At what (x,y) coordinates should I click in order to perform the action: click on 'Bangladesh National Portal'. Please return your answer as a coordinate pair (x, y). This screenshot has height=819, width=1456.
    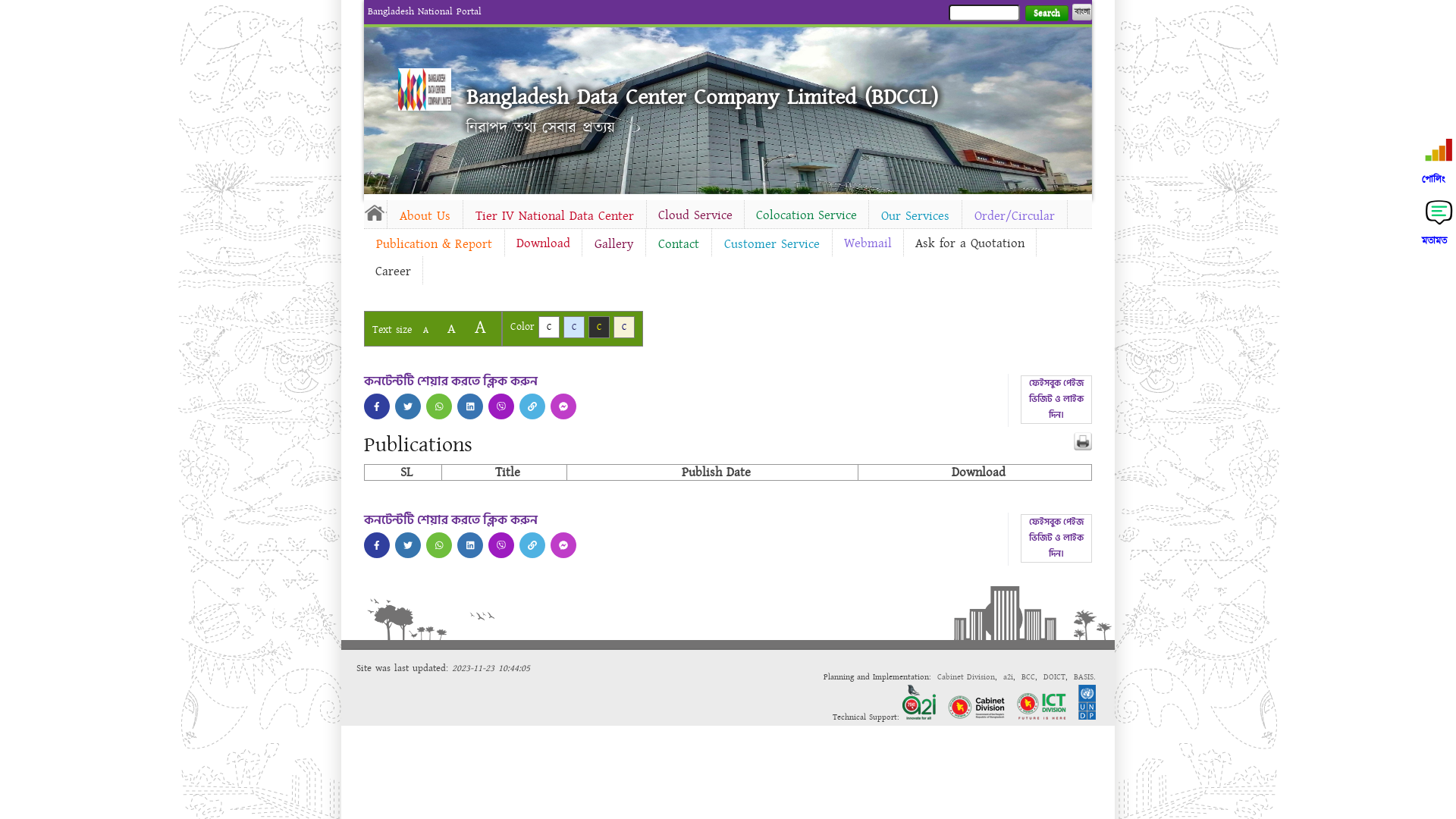
    Looking at the image, I should click on (425, 11).